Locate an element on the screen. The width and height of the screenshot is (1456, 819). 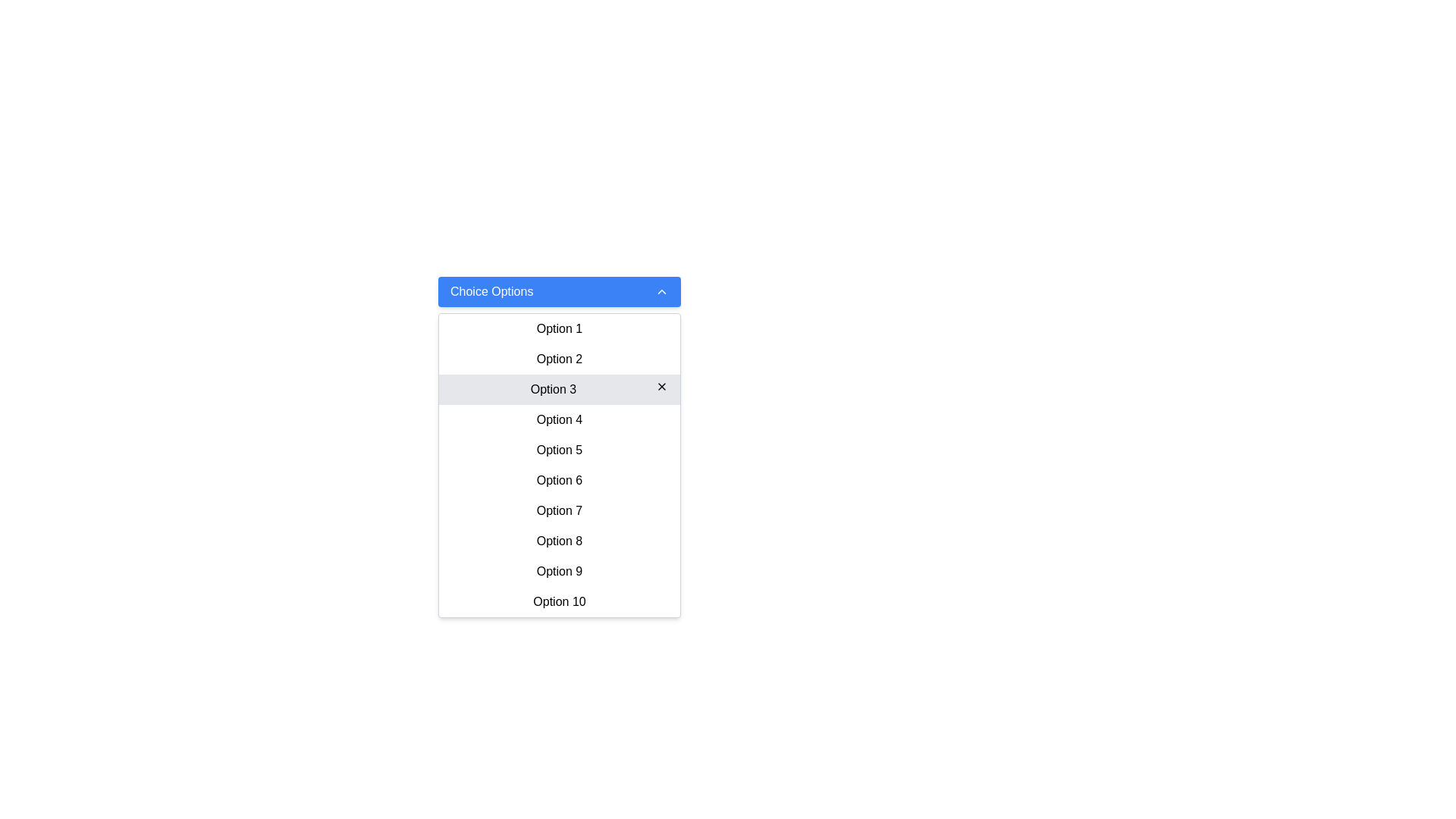
the dropdown menu labeled 'Choice Options' is located at coordinates (559, 307).